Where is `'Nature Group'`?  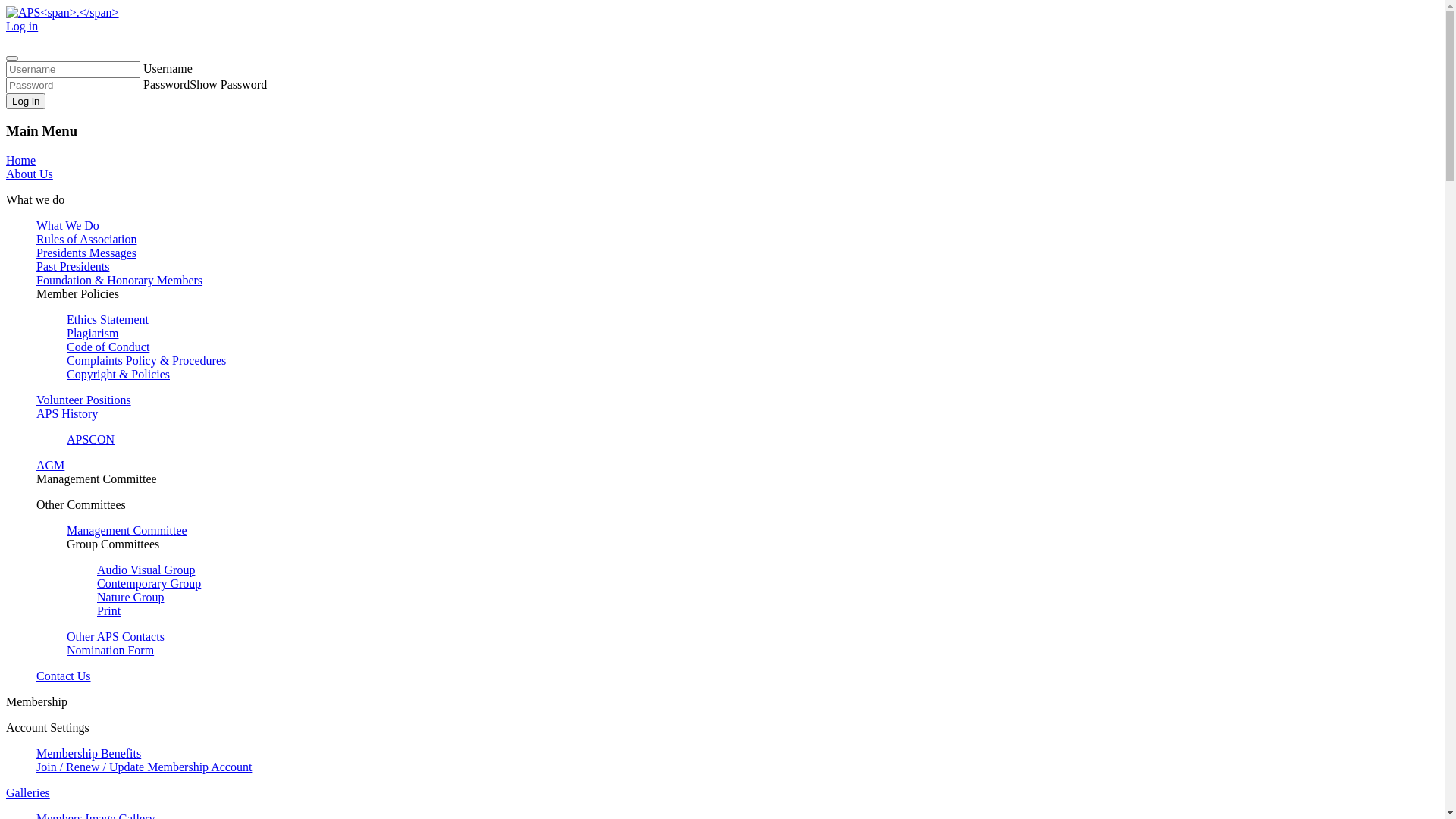 'Nature Group' is located at coordinates (96, 596).